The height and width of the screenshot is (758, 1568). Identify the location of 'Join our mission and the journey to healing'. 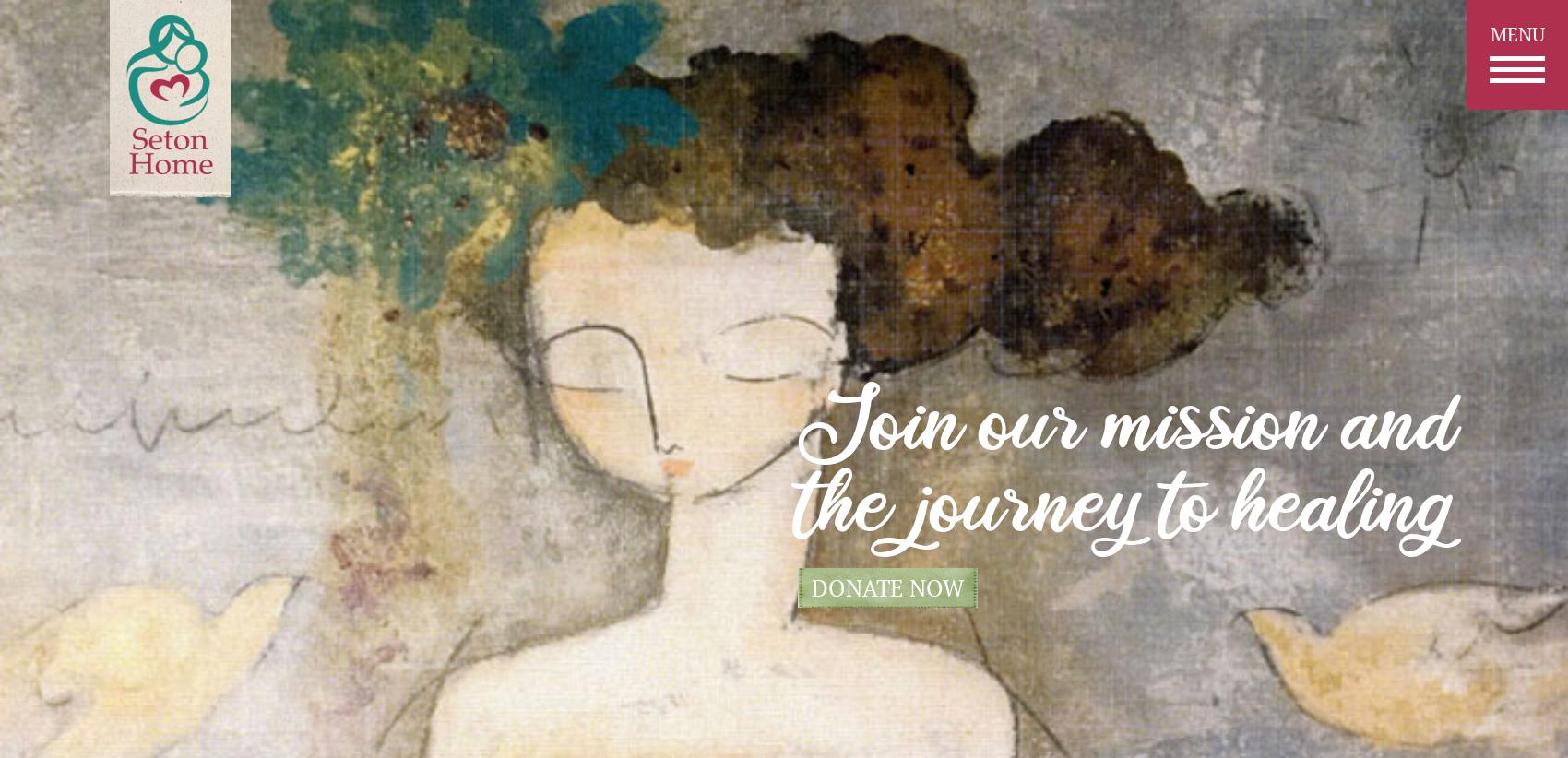
(1128, 472).